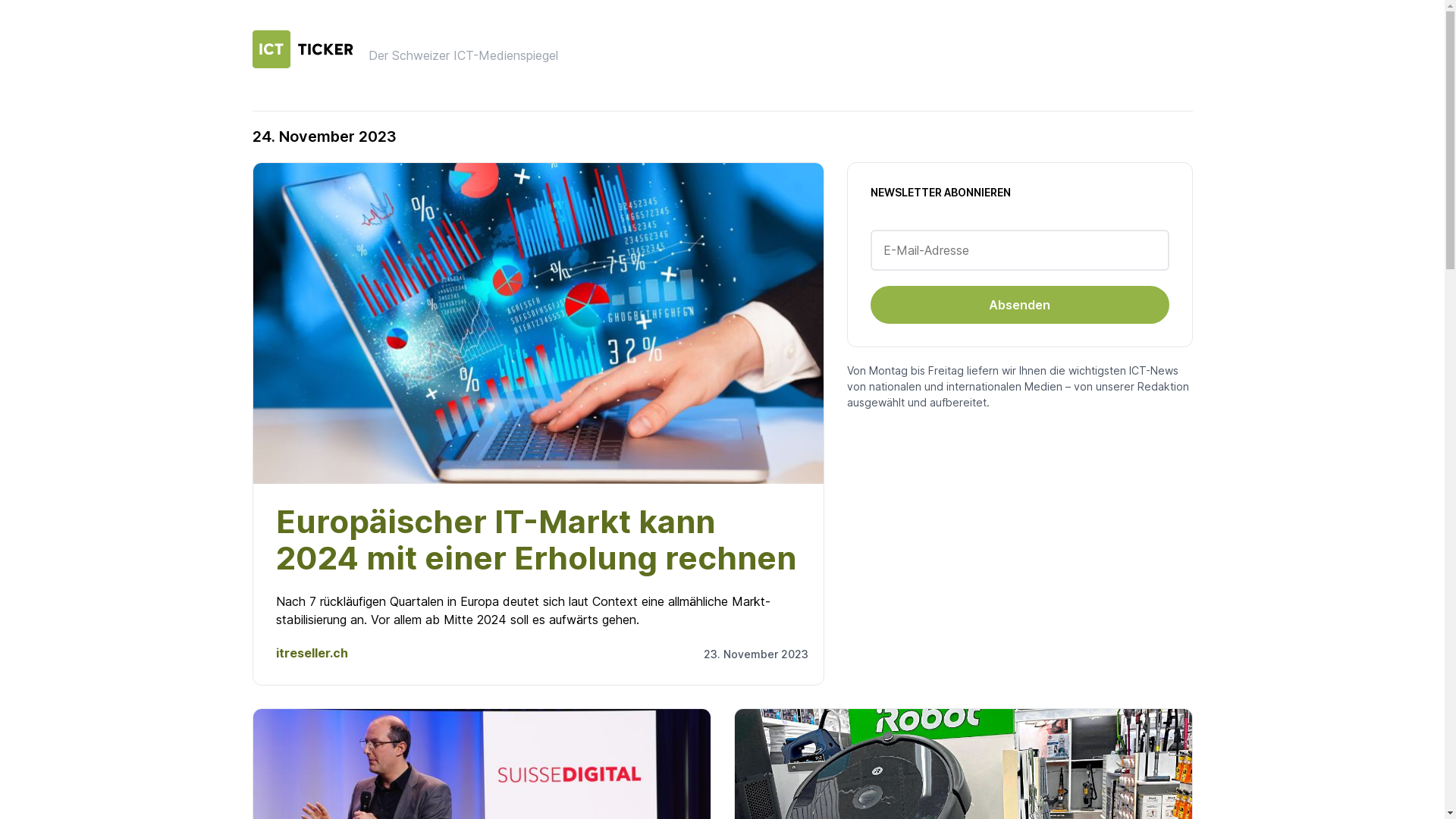  Describe the element at coordinates (311, 651) in the screenshot. I see `'itreseller.ch'` at that location.